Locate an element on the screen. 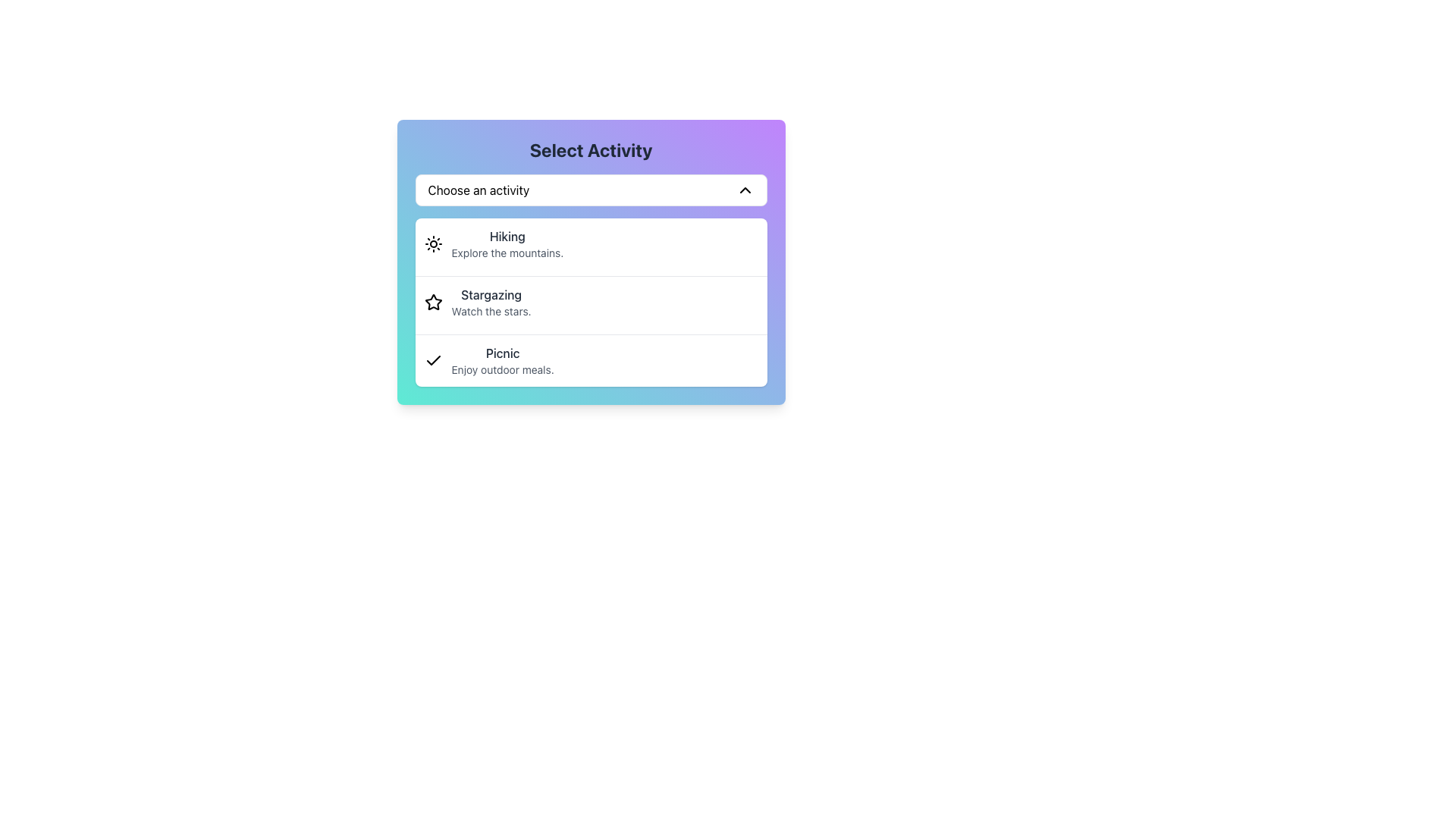  the check mark icon located in the 'Picnic' row of the list under 'Select Activity' to trigger a hover effect is located at coordinates (432, 360).